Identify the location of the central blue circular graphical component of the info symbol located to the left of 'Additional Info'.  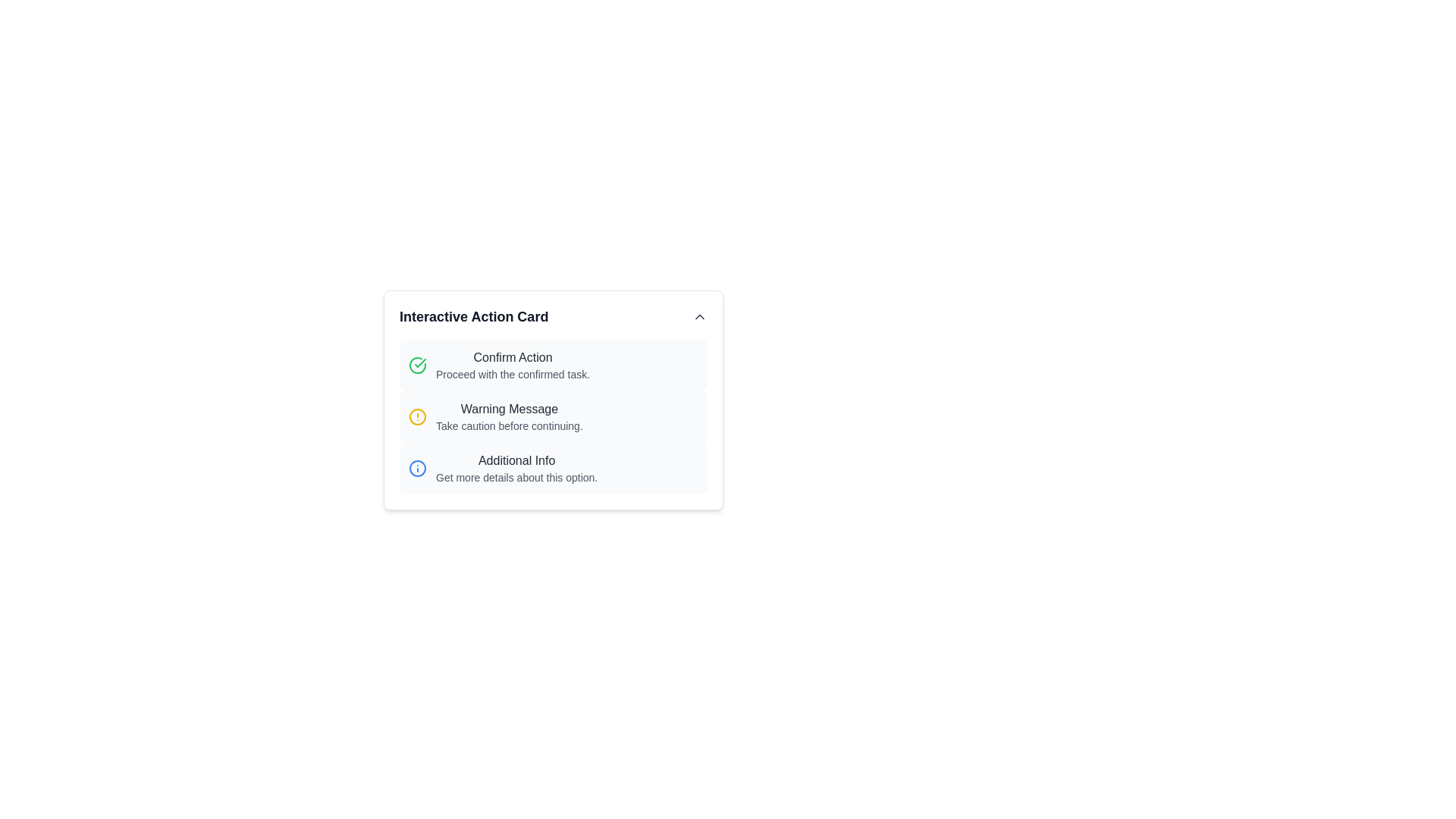
(418, 467).